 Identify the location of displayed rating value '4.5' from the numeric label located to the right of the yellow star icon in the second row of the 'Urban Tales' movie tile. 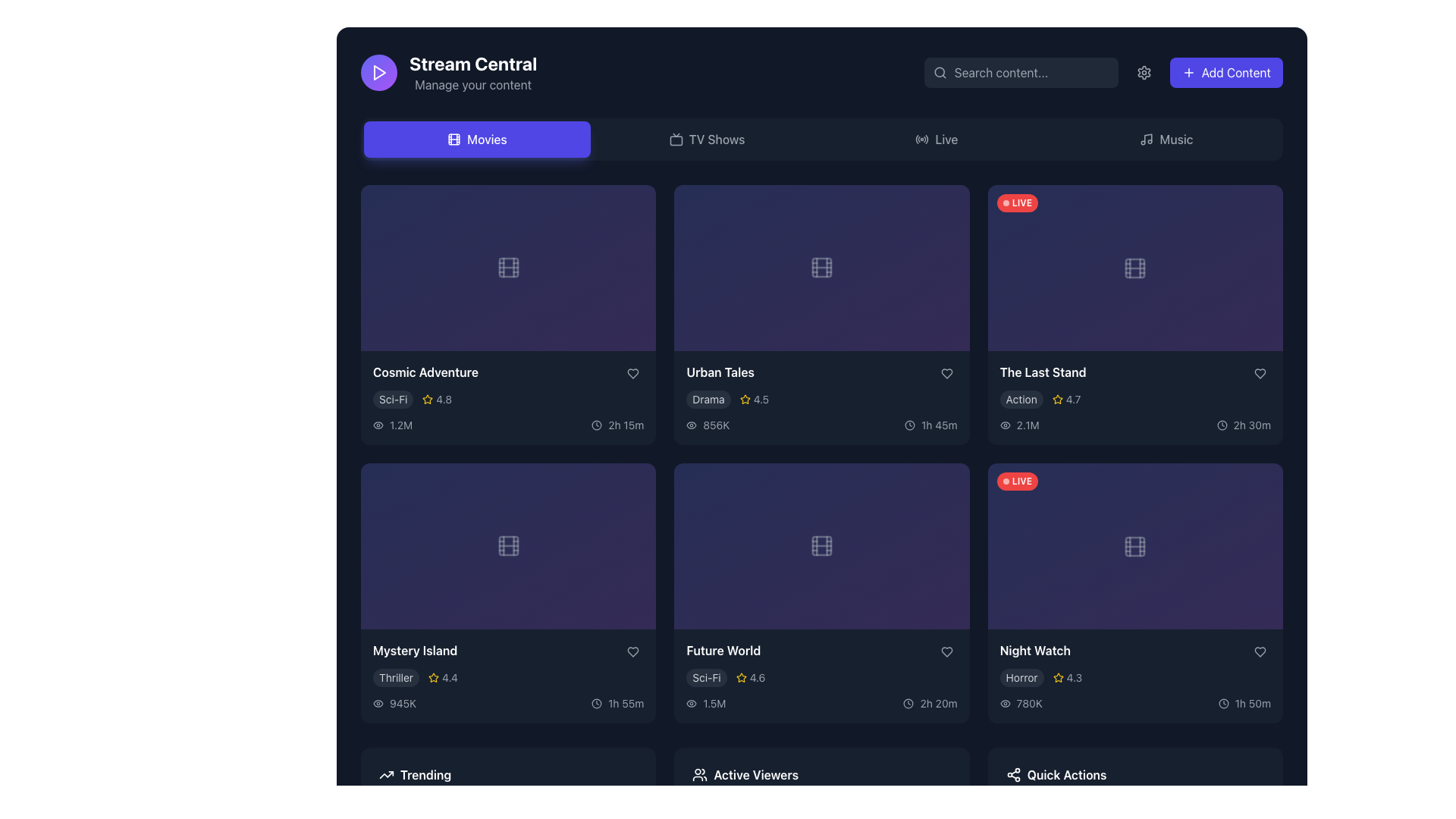
(761, 398).